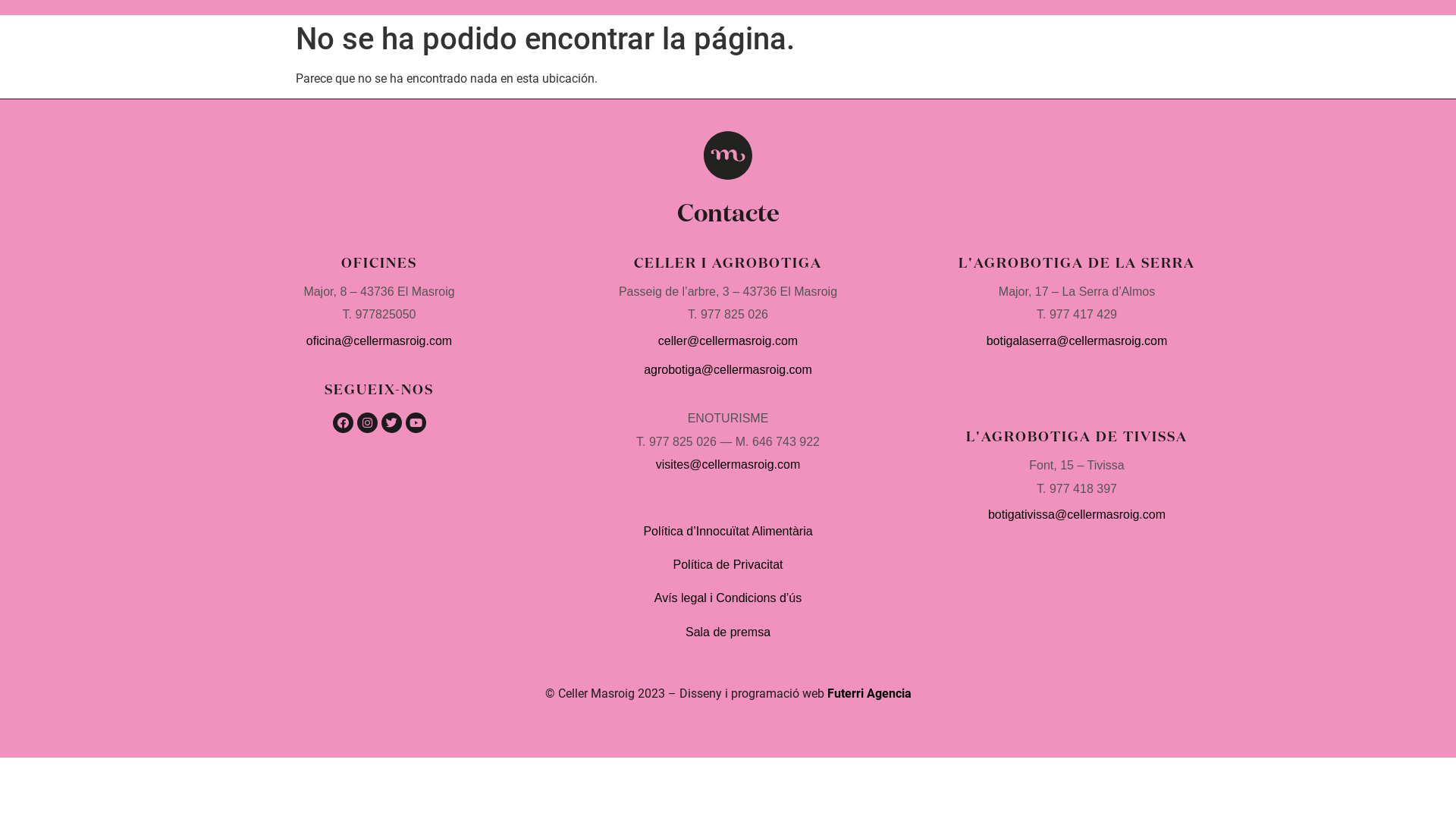 The width and height of the screenshot is (1456, 819). I want to click on 'agrobotiga@cellermasroig.com', so click(728, 369).